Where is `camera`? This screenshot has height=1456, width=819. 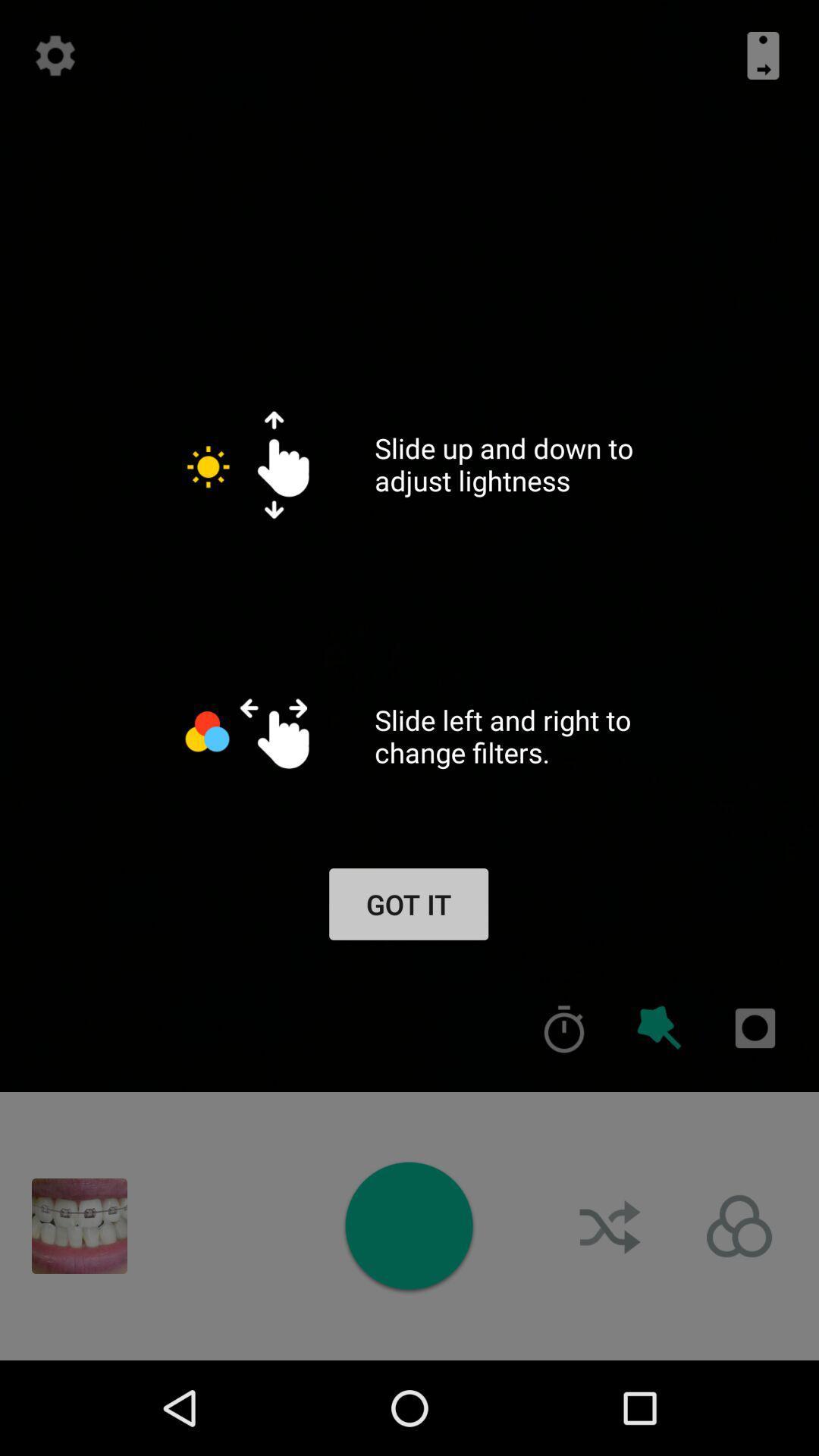
camera is located at coordinates (408, 1225).